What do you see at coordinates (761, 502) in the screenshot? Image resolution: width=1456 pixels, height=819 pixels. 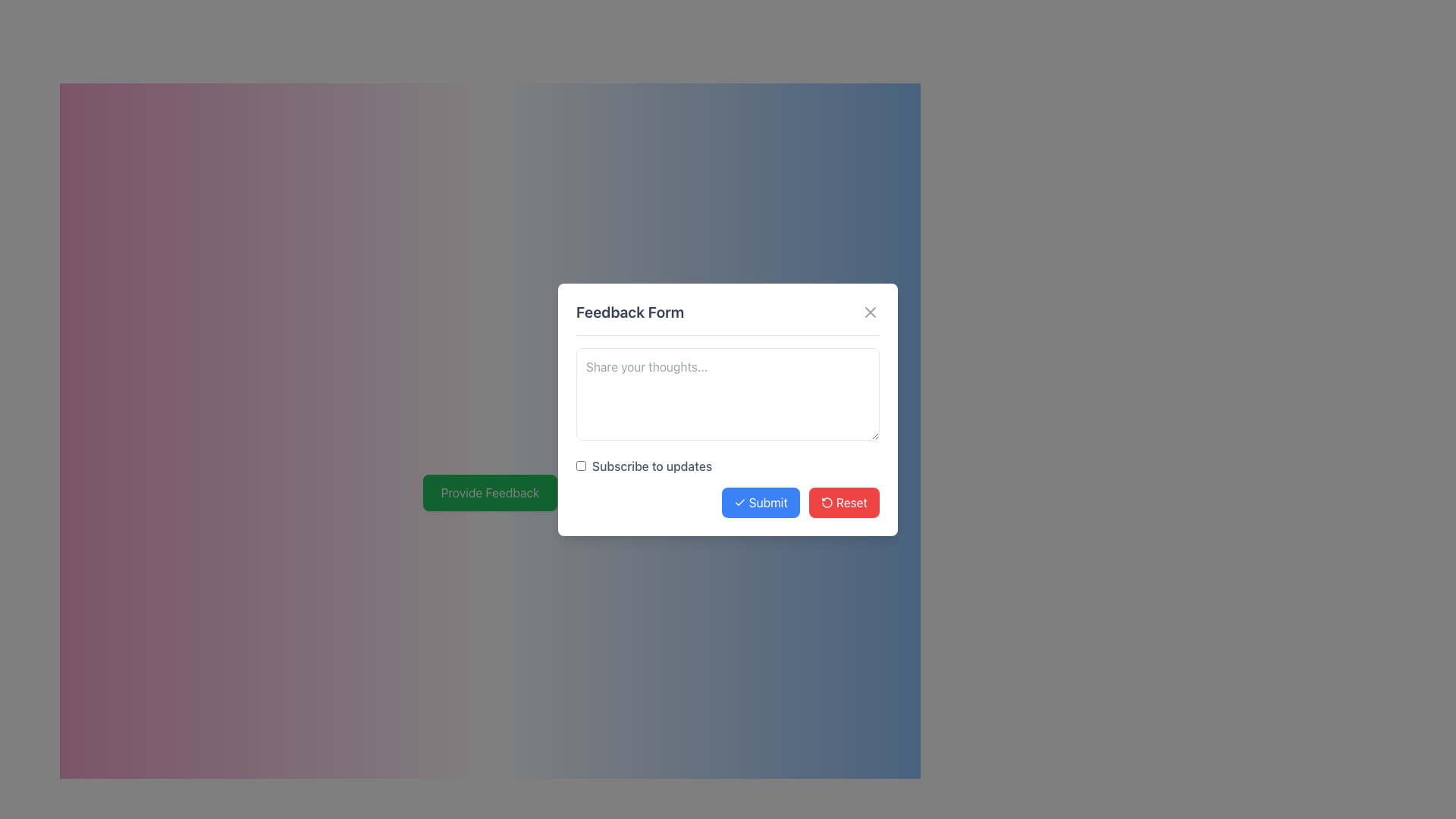 I see `the 'Submit' button with a blue background and a checkmark icon located in the lower-right section of the 'Feedback Form' modal` at bounding box center [761, 502].